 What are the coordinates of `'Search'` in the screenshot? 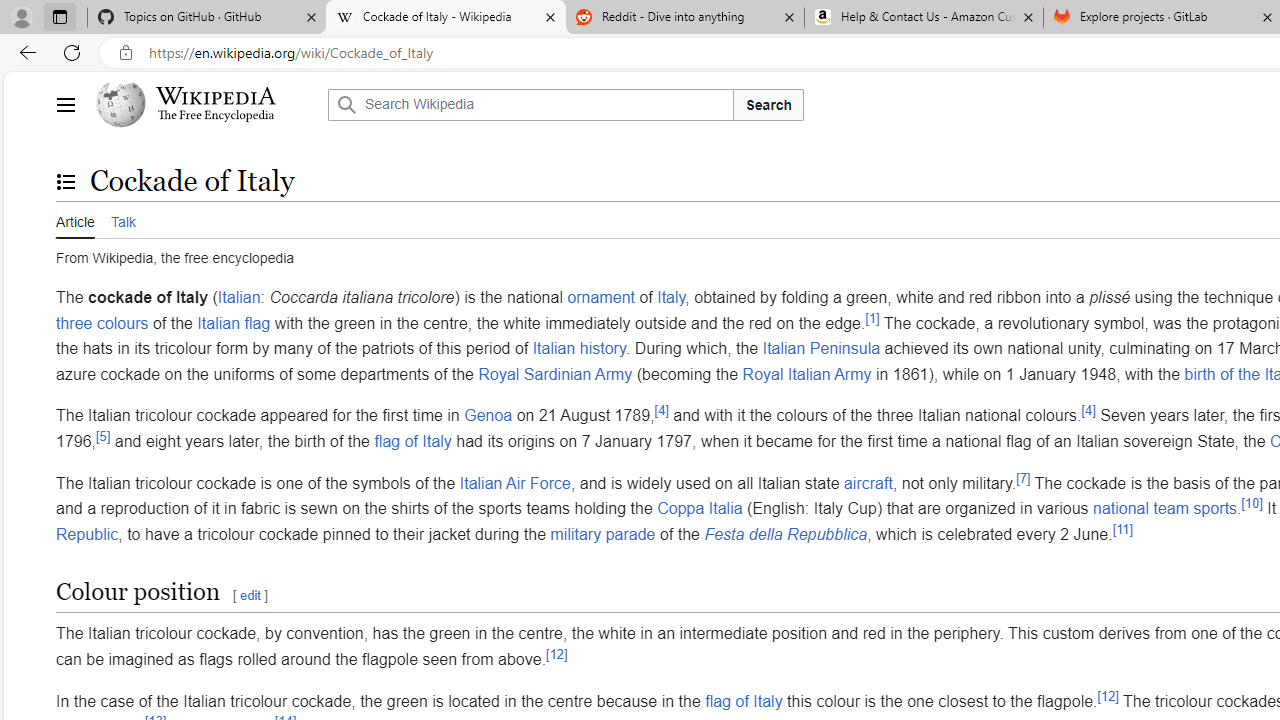 It's located at (767, 105).